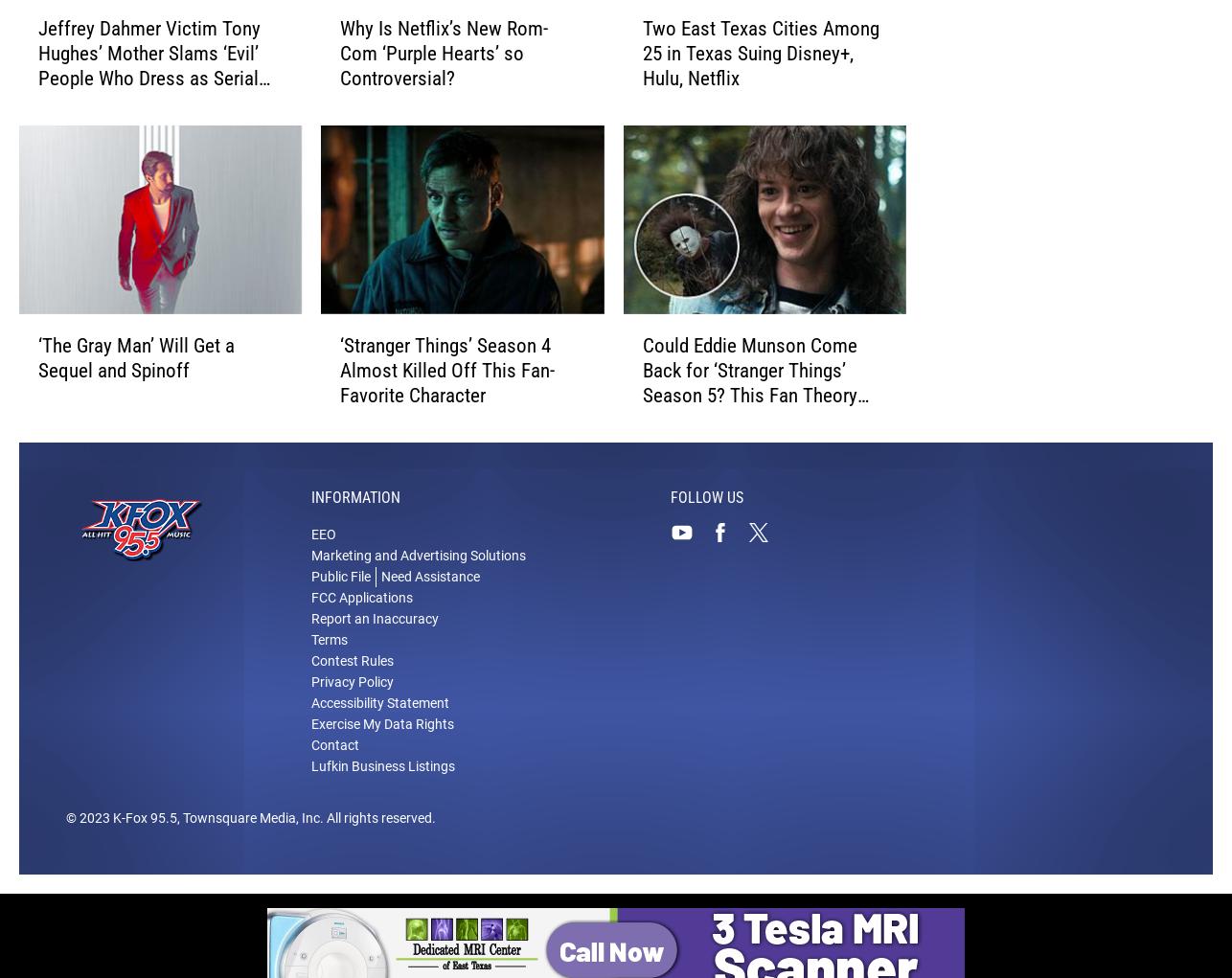  Describe the element at coordinates (148, 67) in the screenshot. I see `'Jeffrey Dahmer Victim Tony Hughes’ Mother Slams ‘Evil’ People Who Dress as Serial Killer for Halloween'` at that location.